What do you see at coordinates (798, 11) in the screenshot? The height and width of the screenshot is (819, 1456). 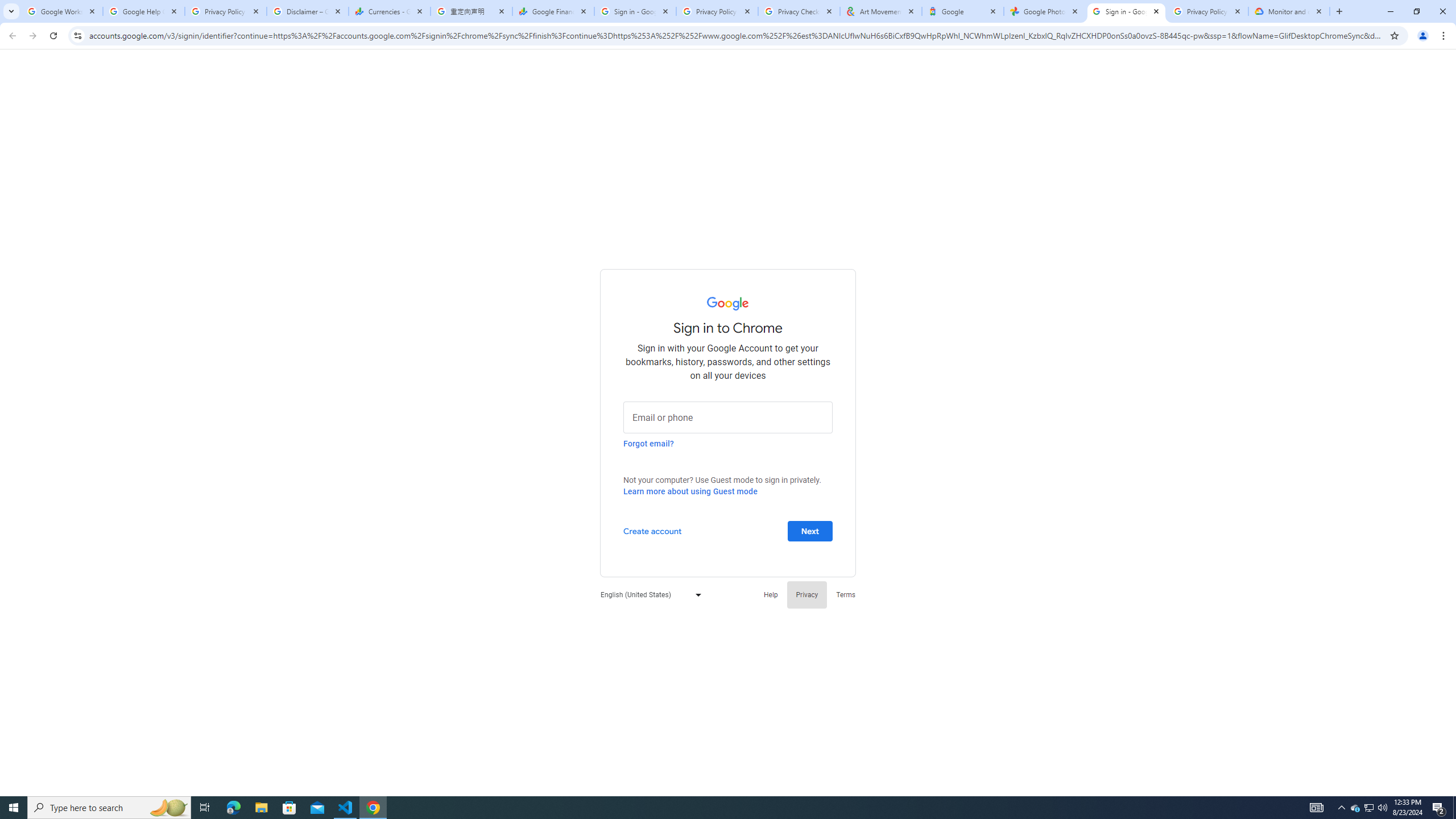 I see `'Privacy Checkup'` at bounding box center [798, 11].